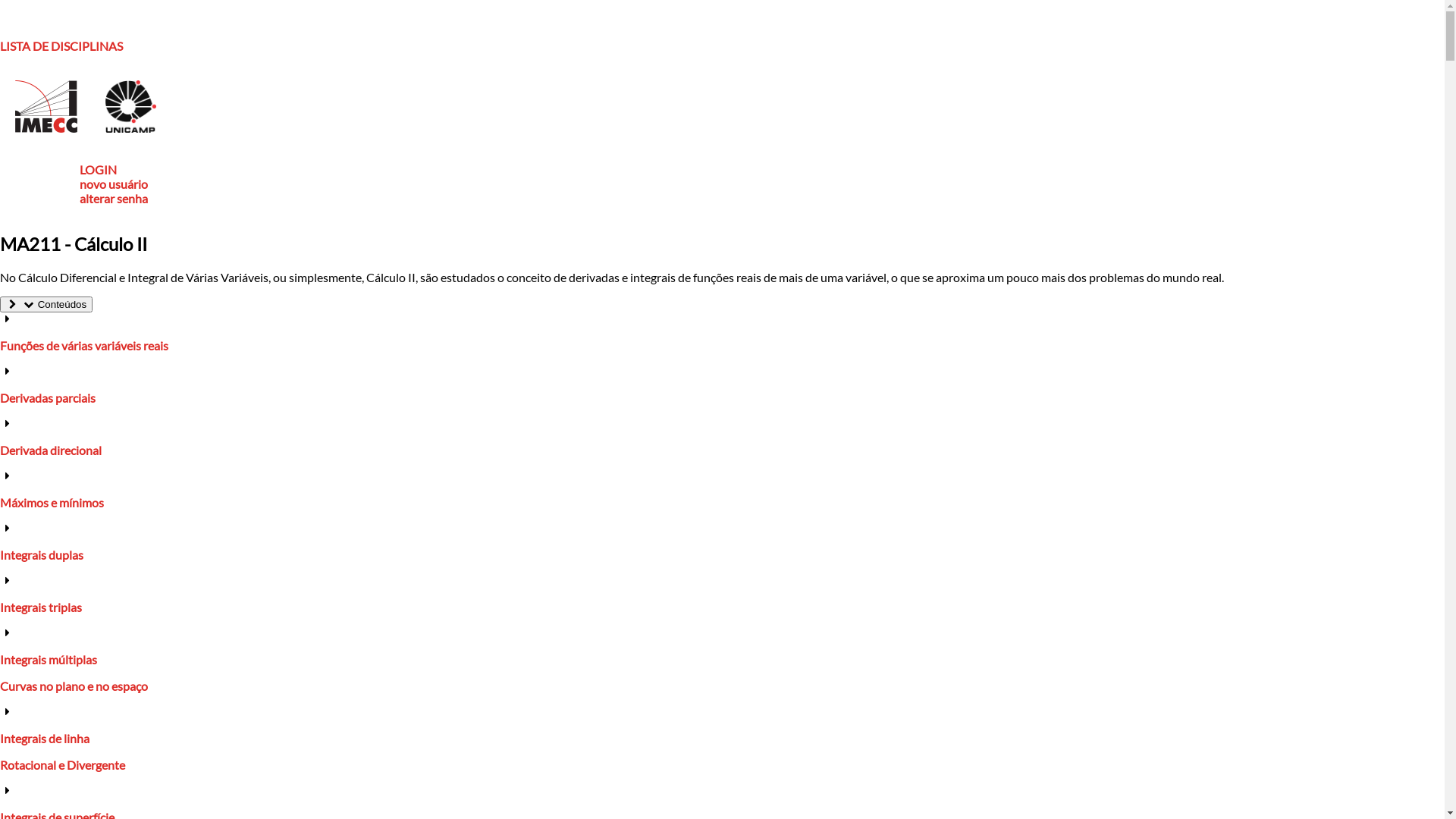 The image size is (1456, 819). Describe the element at coordinates (40, 606) in the screenshot. I see `'Integrais triplas'` at that location.